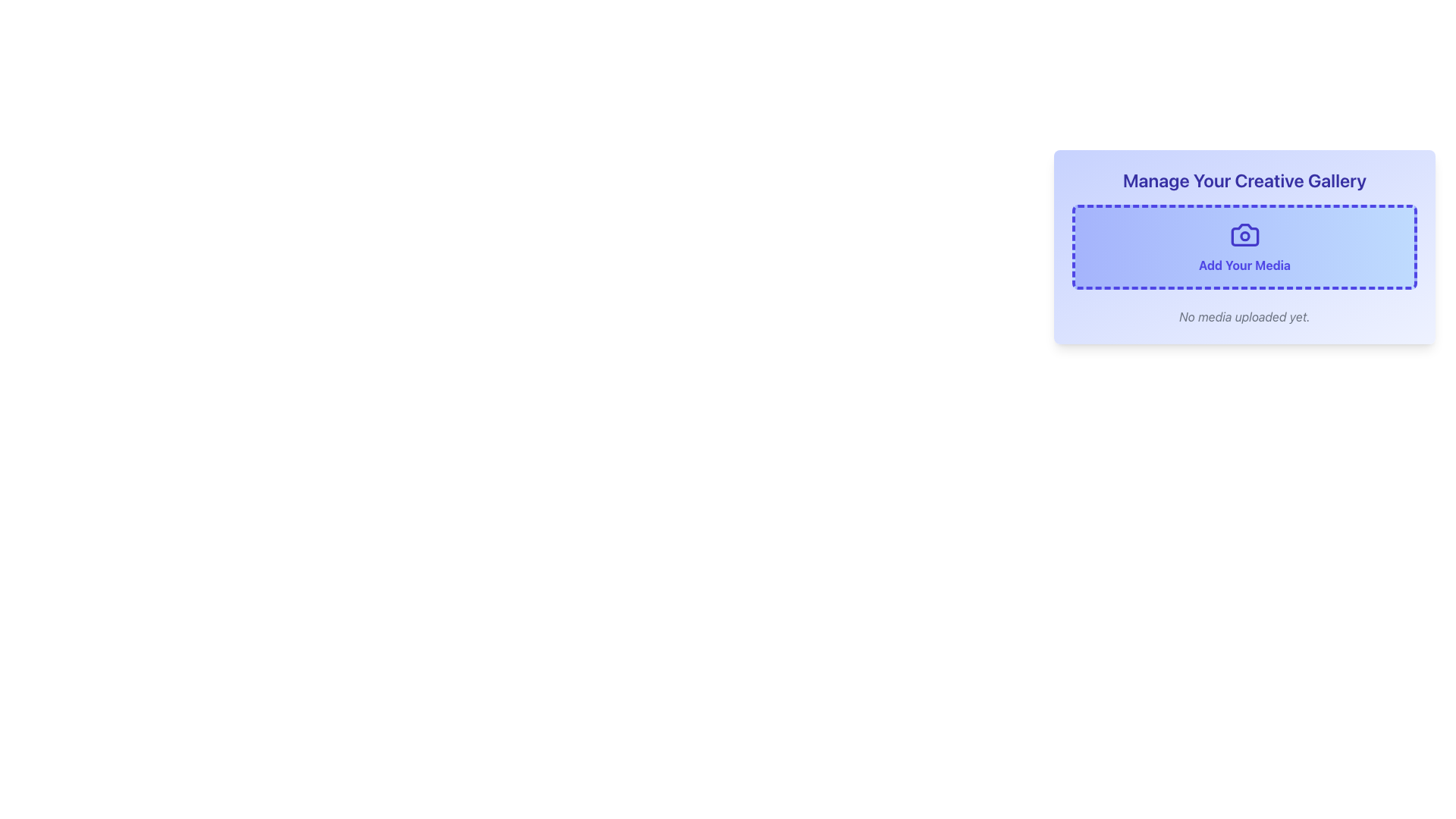 This screenshot has height=819, width=1456. I want to click on the concentric circular part within the camera icon in the 'Manage Your Creative Gallery' section, so click(1244, 236).